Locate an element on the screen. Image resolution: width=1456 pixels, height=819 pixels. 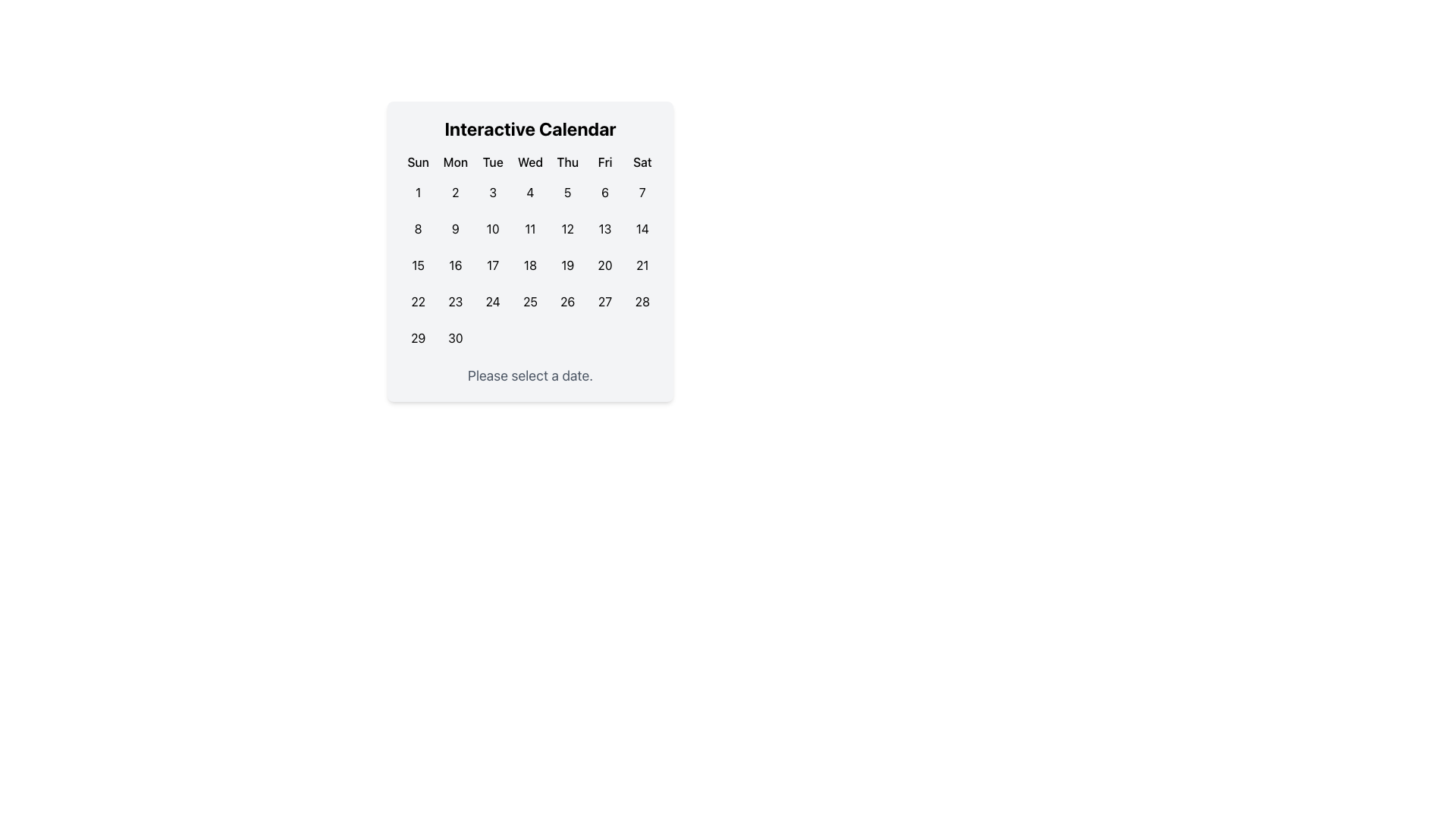
the Interactive calendar day item displaying the number '2', located in the first row under the 'Mon' column is located at coordinates (454, 192).